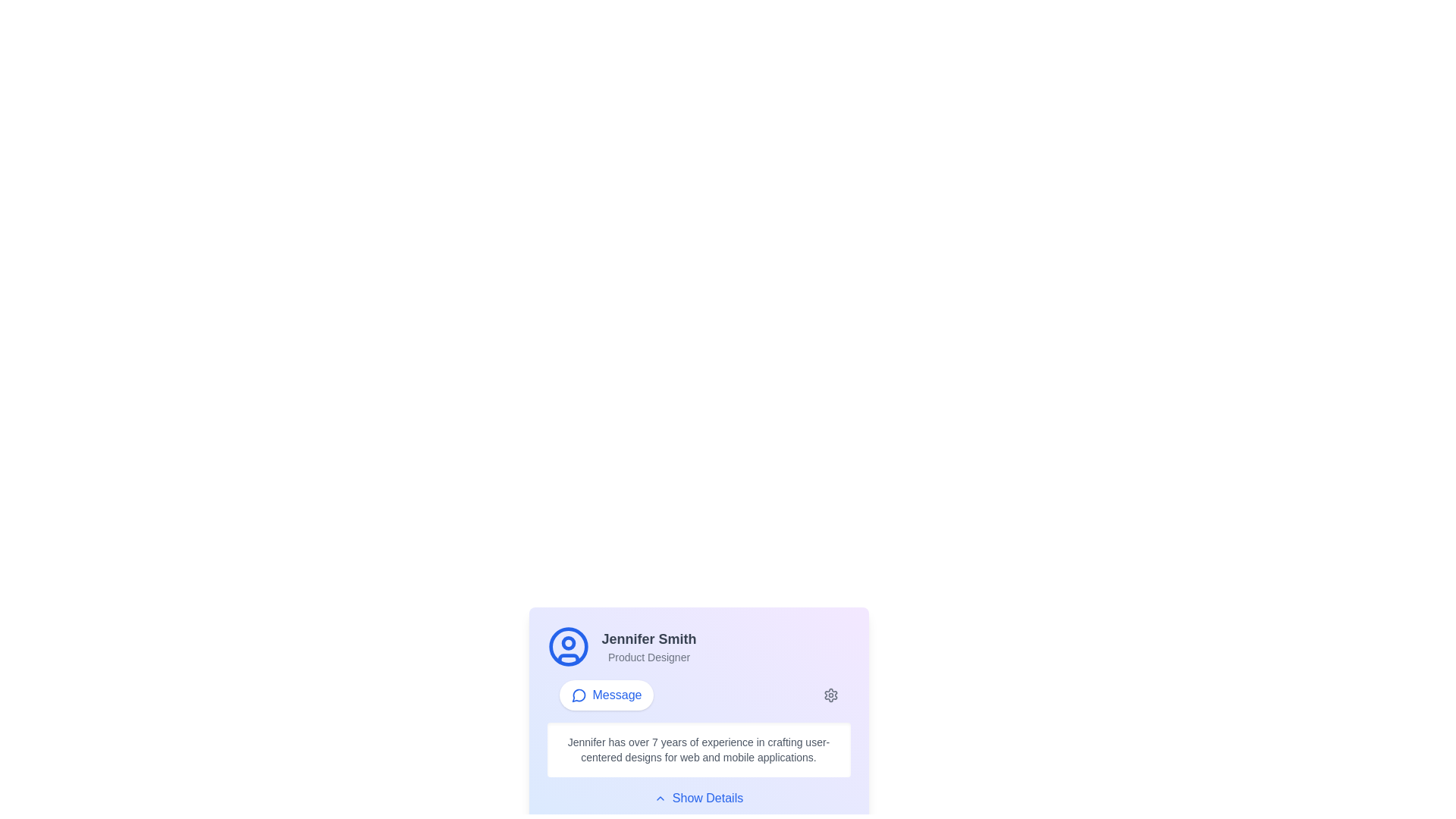 This screenshot has width=1456, height=819. What do you see at coordinates (567, 646) in the screenshot?
I see `the large circle graphic component representing the head of a person in the user profile icon located to the left of the 'Jennifer Smith' label` at bounding box center [567, 646].